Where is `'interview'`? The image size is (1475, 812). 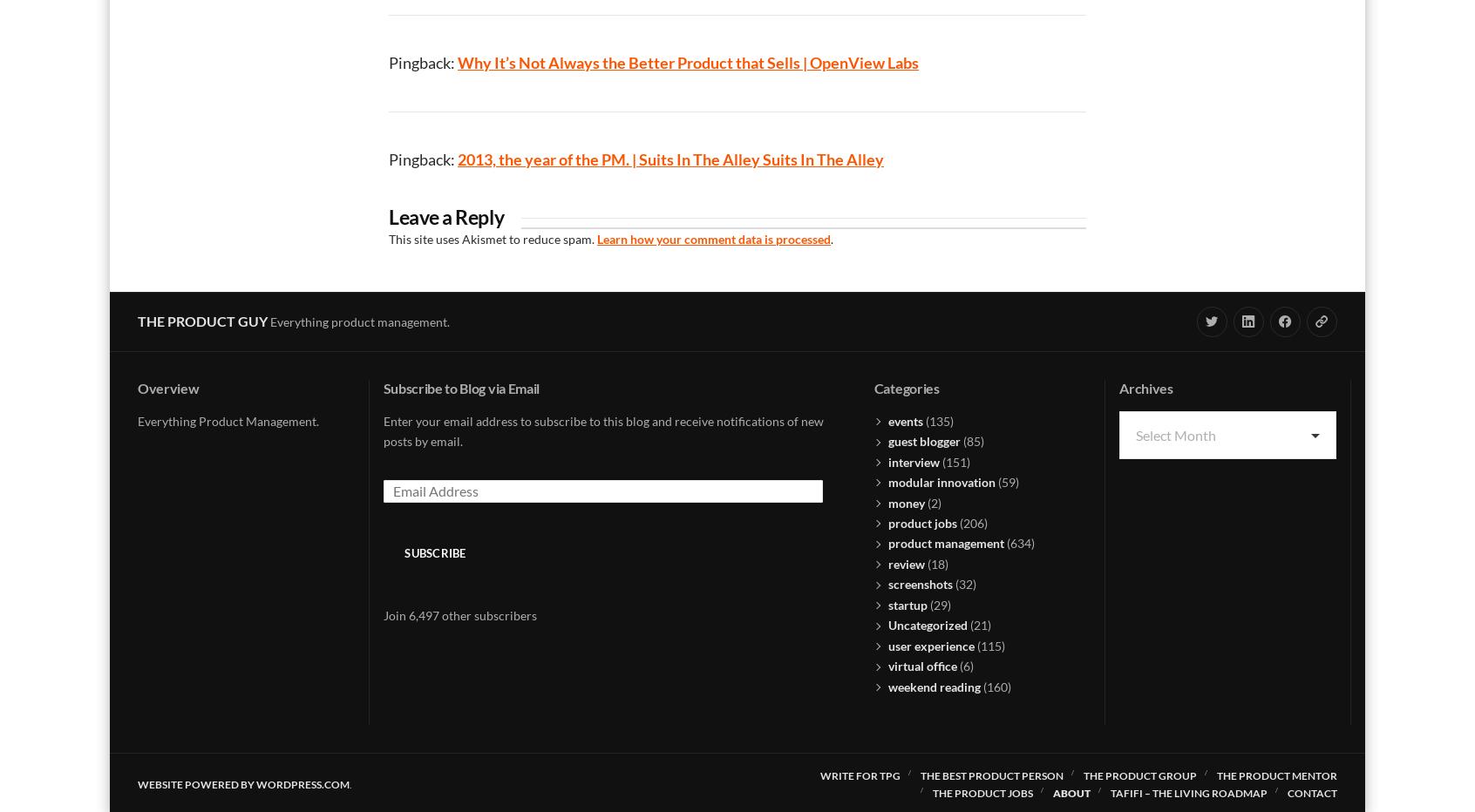 'interview' is located at coordinates (887, 461).